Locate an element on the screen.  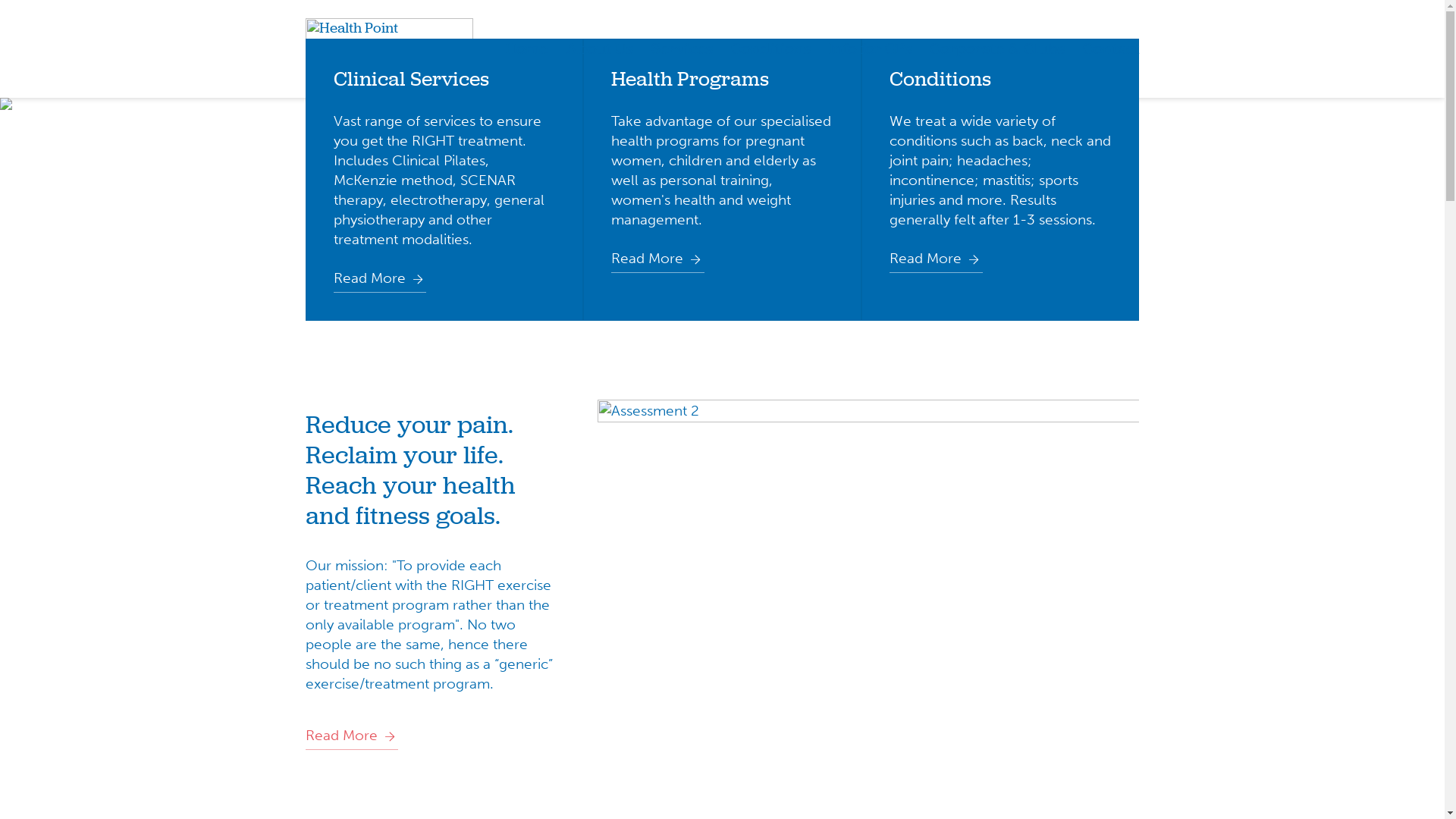
'Health Point Physiotherapy Brighton' is located at coordinates (388, 48).